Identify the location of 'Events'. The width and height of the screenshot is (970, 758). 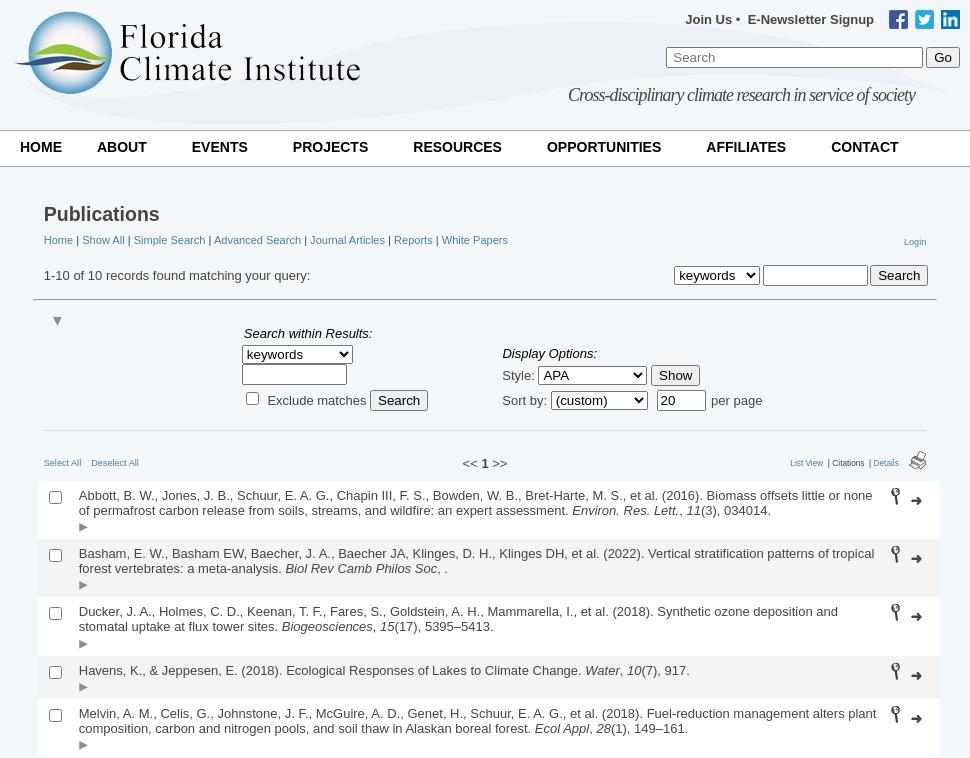
(219, 145).